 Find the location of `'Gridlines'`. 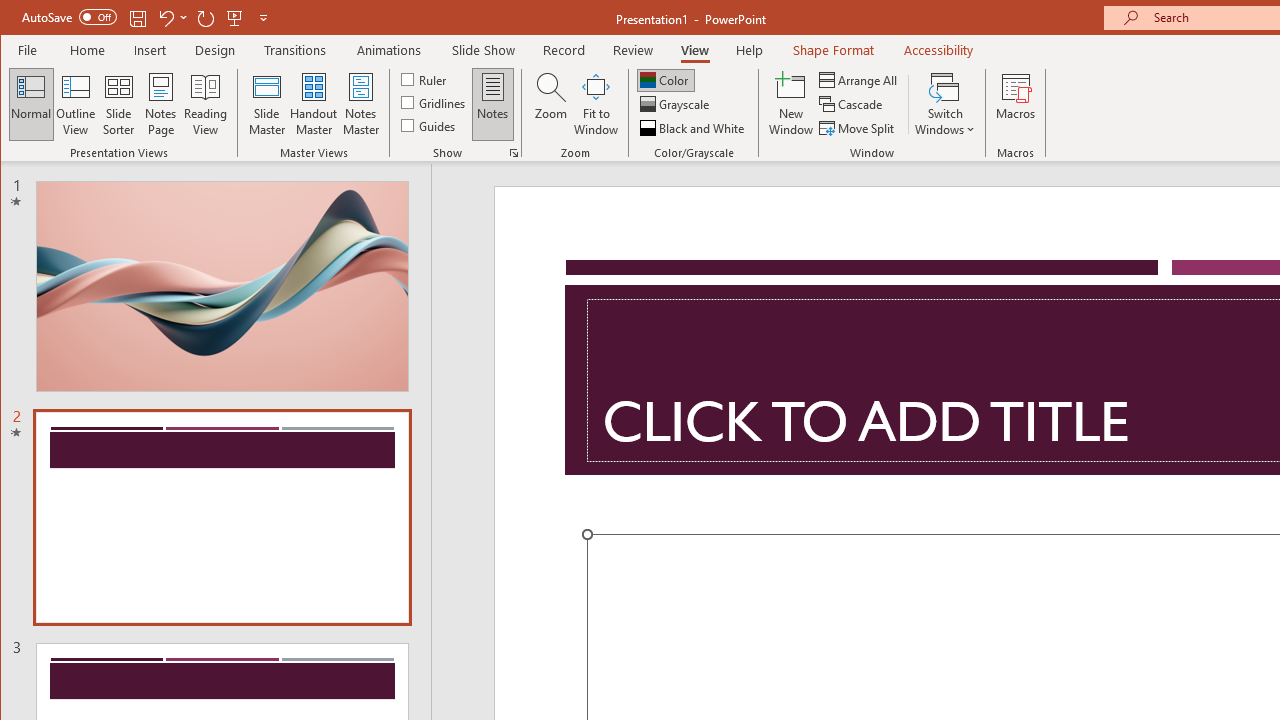

'Gridlines' is located at coordinates (434, 102).